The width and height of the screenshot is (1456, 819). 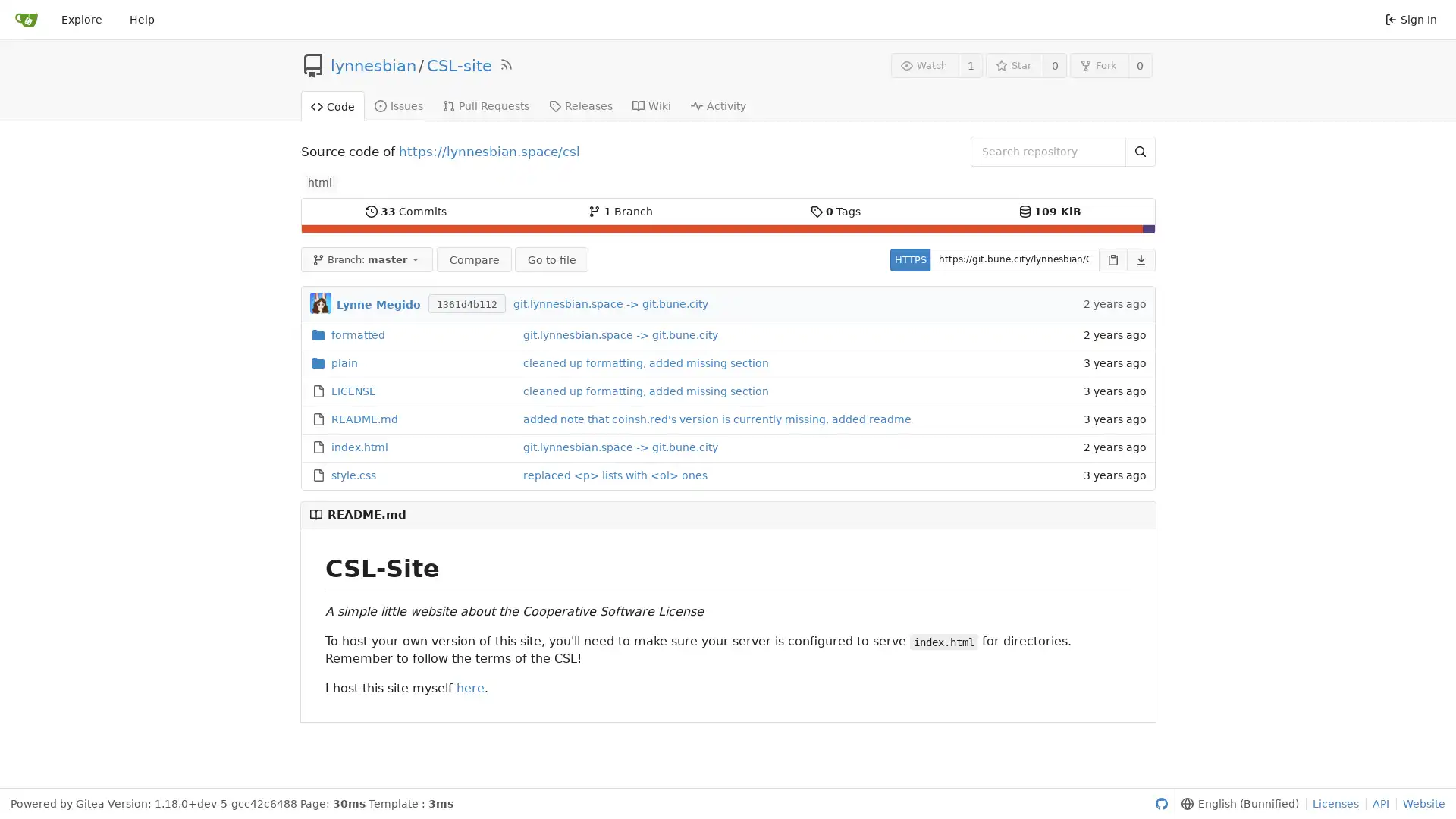 What do you see at coordinates (472, 259) in the screenshot?
I see `Compare` at bounding box center [472, 259].